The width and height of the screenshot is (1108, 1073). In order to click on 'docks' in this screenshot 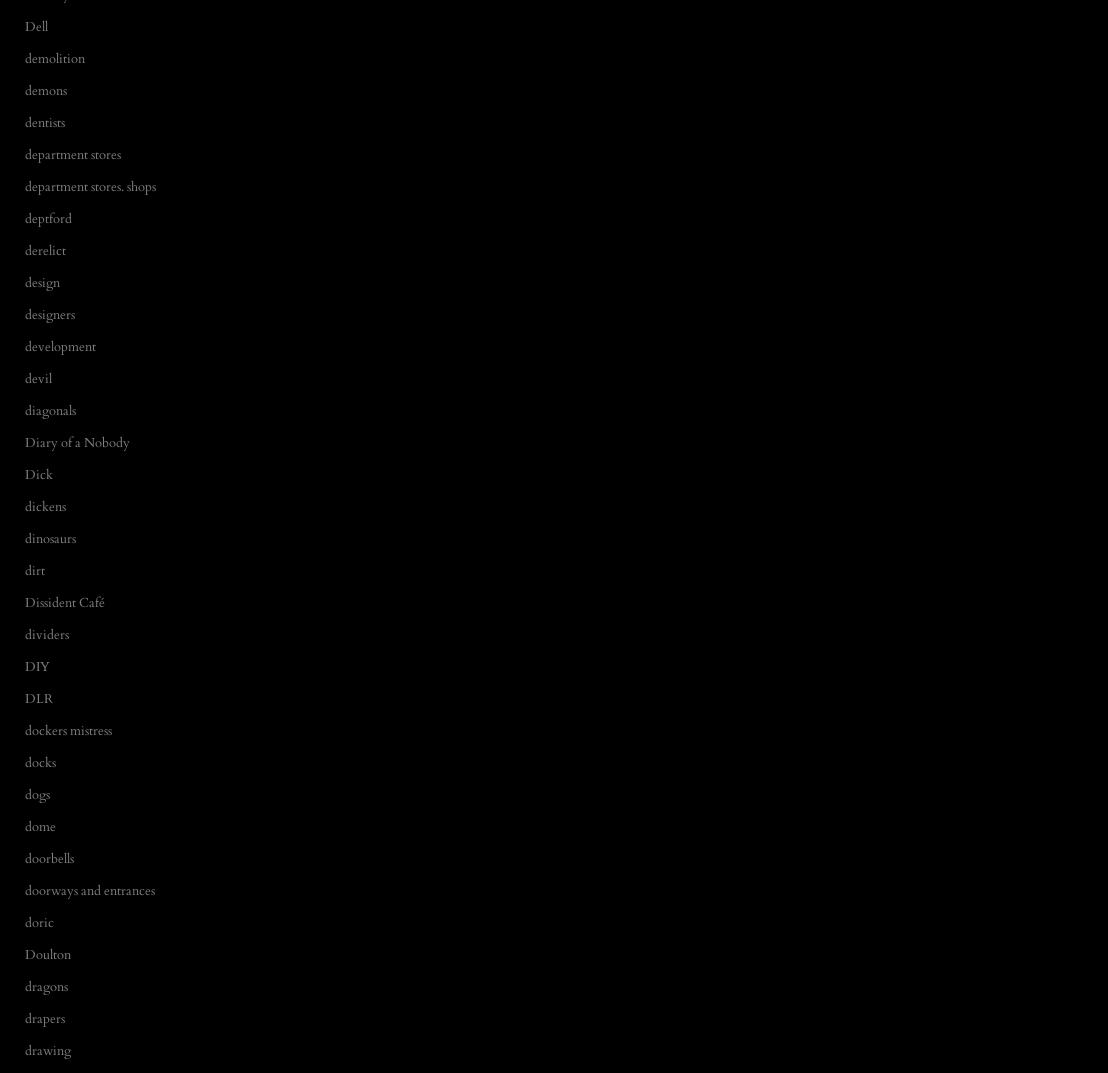, I will do `click(25, 761)`.